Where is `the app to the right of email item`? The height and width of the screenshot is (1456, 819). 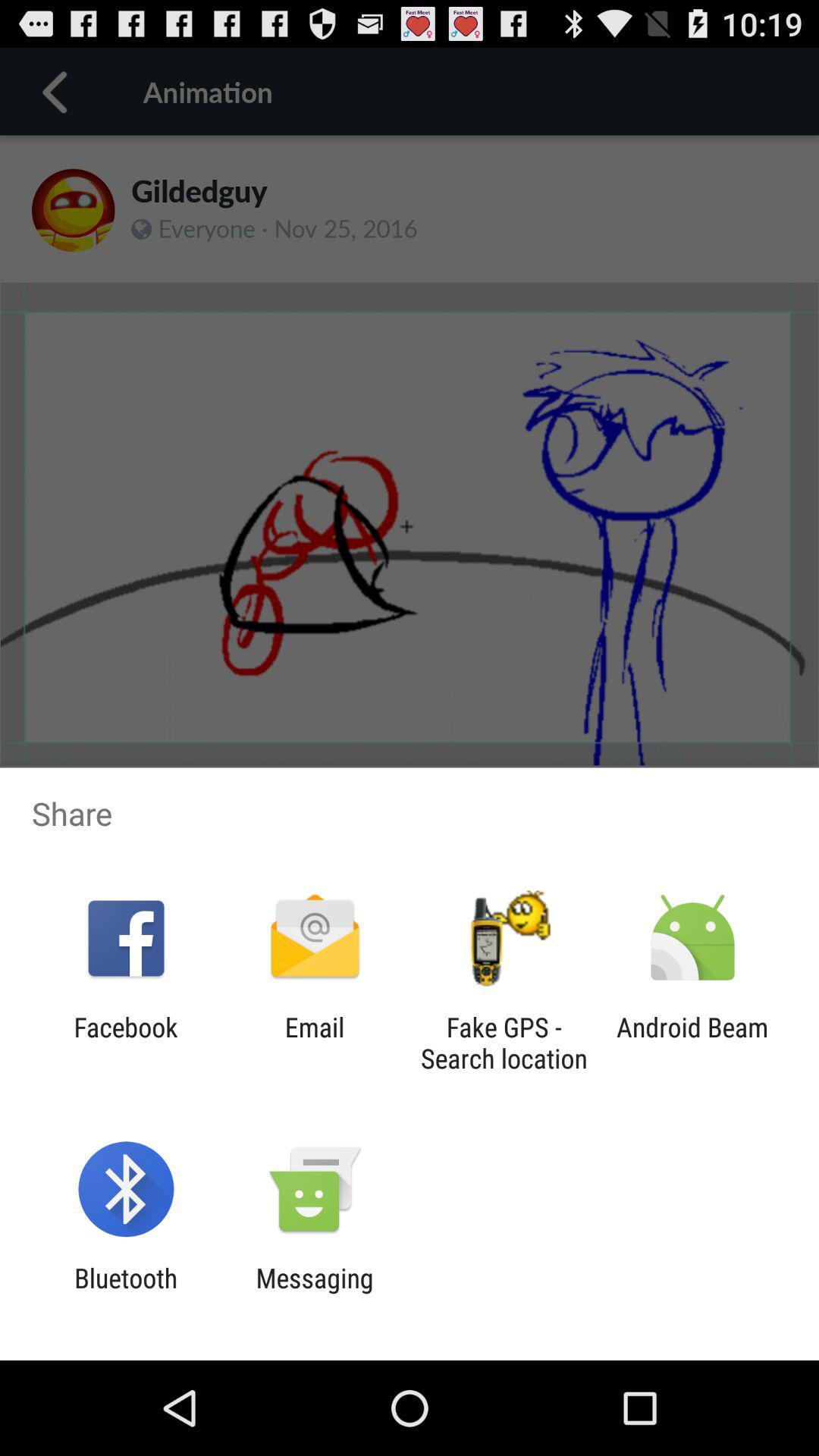
the app to the right of email item is located at coordinates (504, 1042).